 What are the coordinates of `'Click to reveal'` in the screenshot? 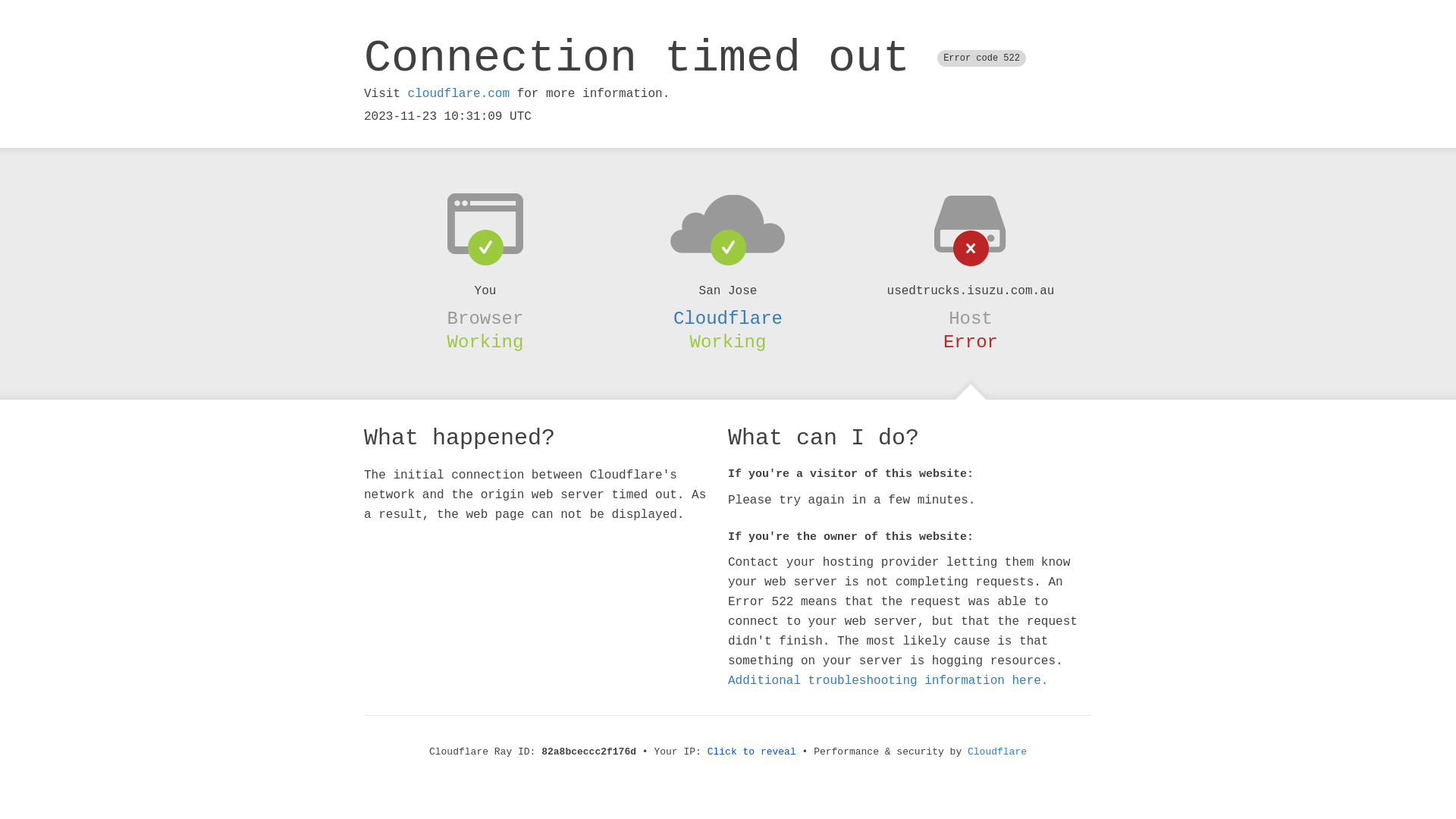 It's located at (752, 752).